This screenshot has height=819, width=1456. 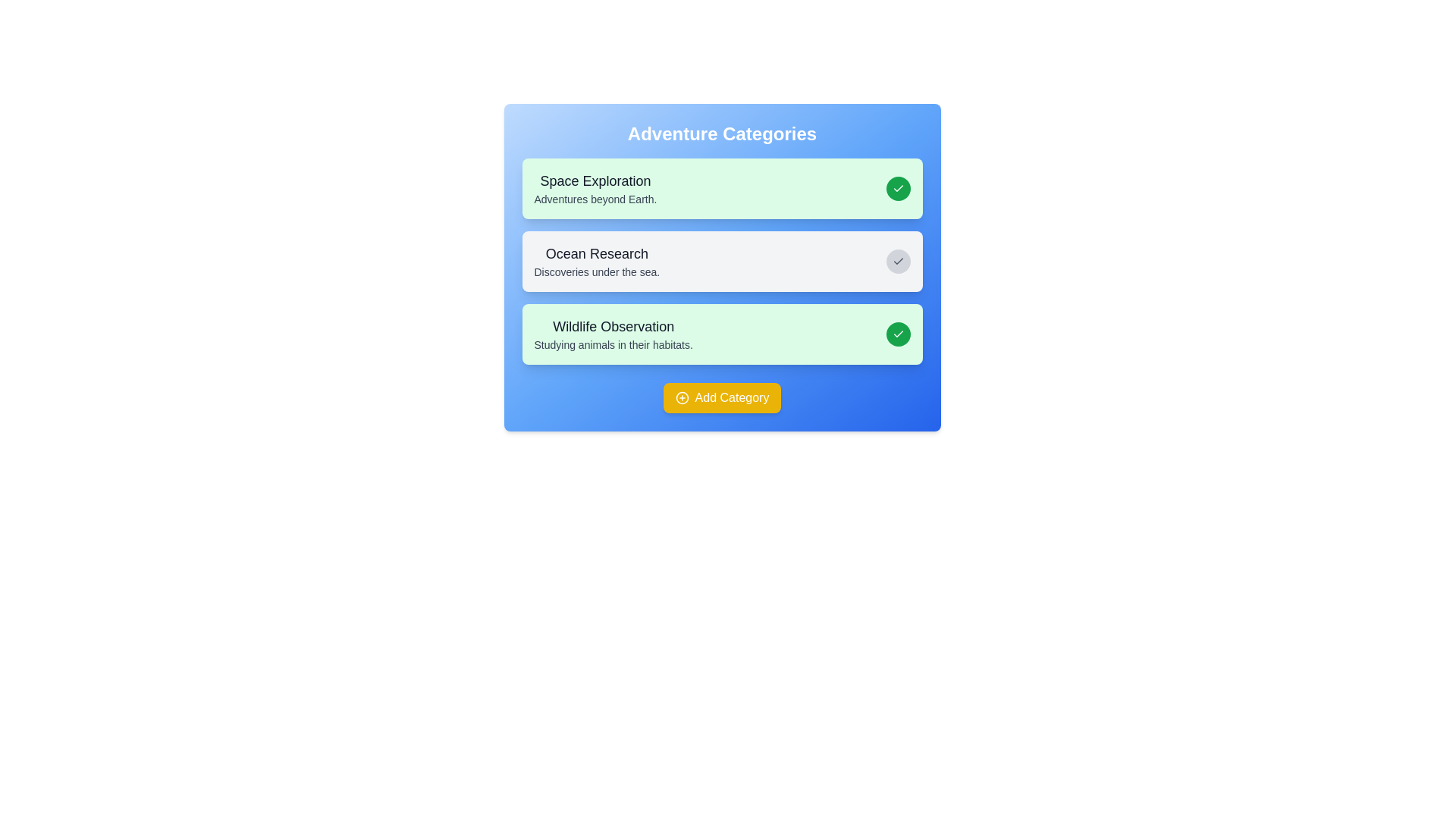 I want to click on the chip labeled Space Exploration by clicking its checkmark, so click(x=898, y=188).